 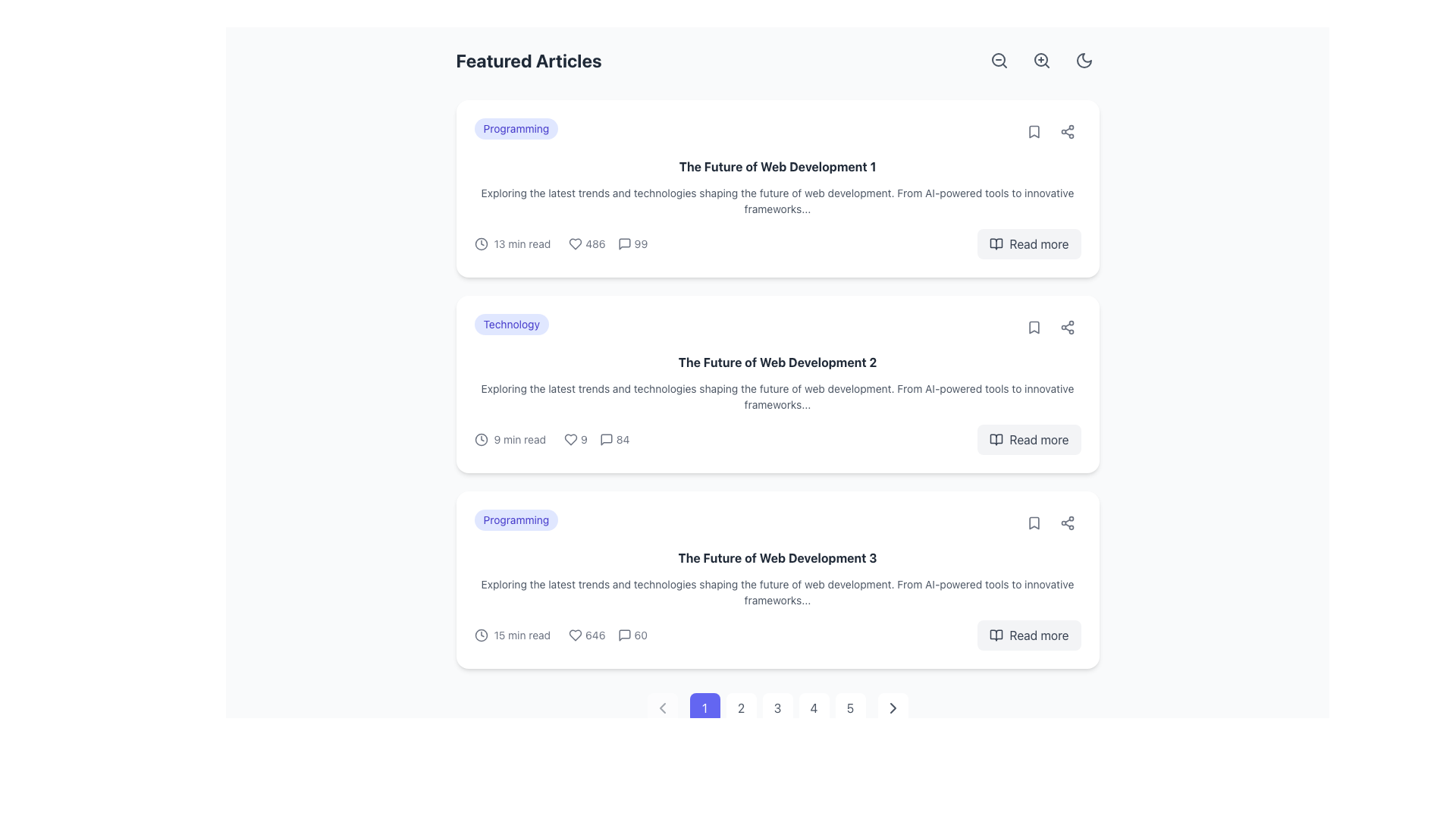 What do you see at coordinates (777, 708) in the screenshot?
I see `the rounded white button labeled '3' in the pagination bar` at bounding box center [777, 708].